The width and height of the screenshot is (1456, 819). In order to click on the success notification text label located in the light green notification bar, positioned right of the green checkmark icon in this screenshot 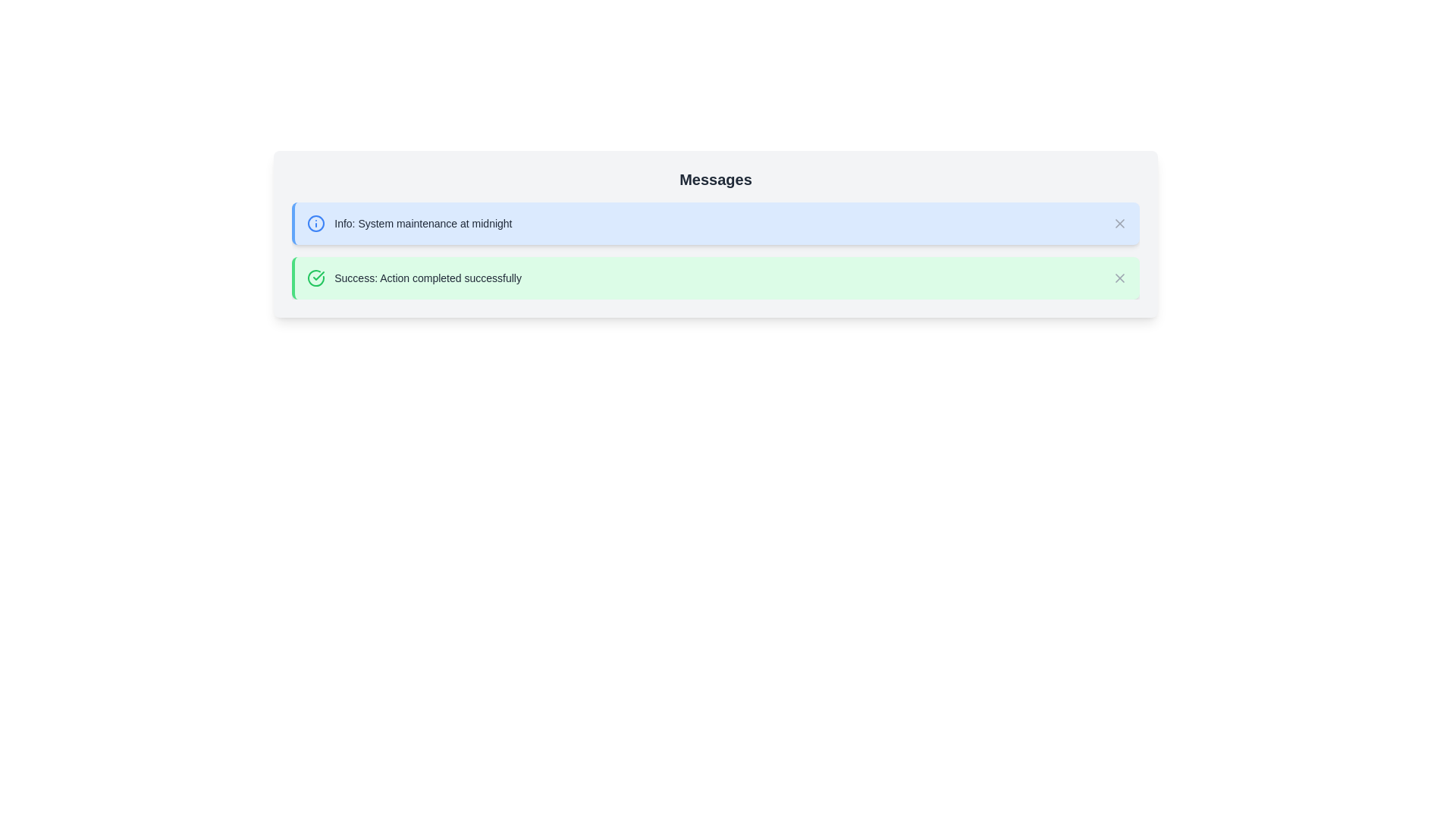, I will do `click(427, 278)`.